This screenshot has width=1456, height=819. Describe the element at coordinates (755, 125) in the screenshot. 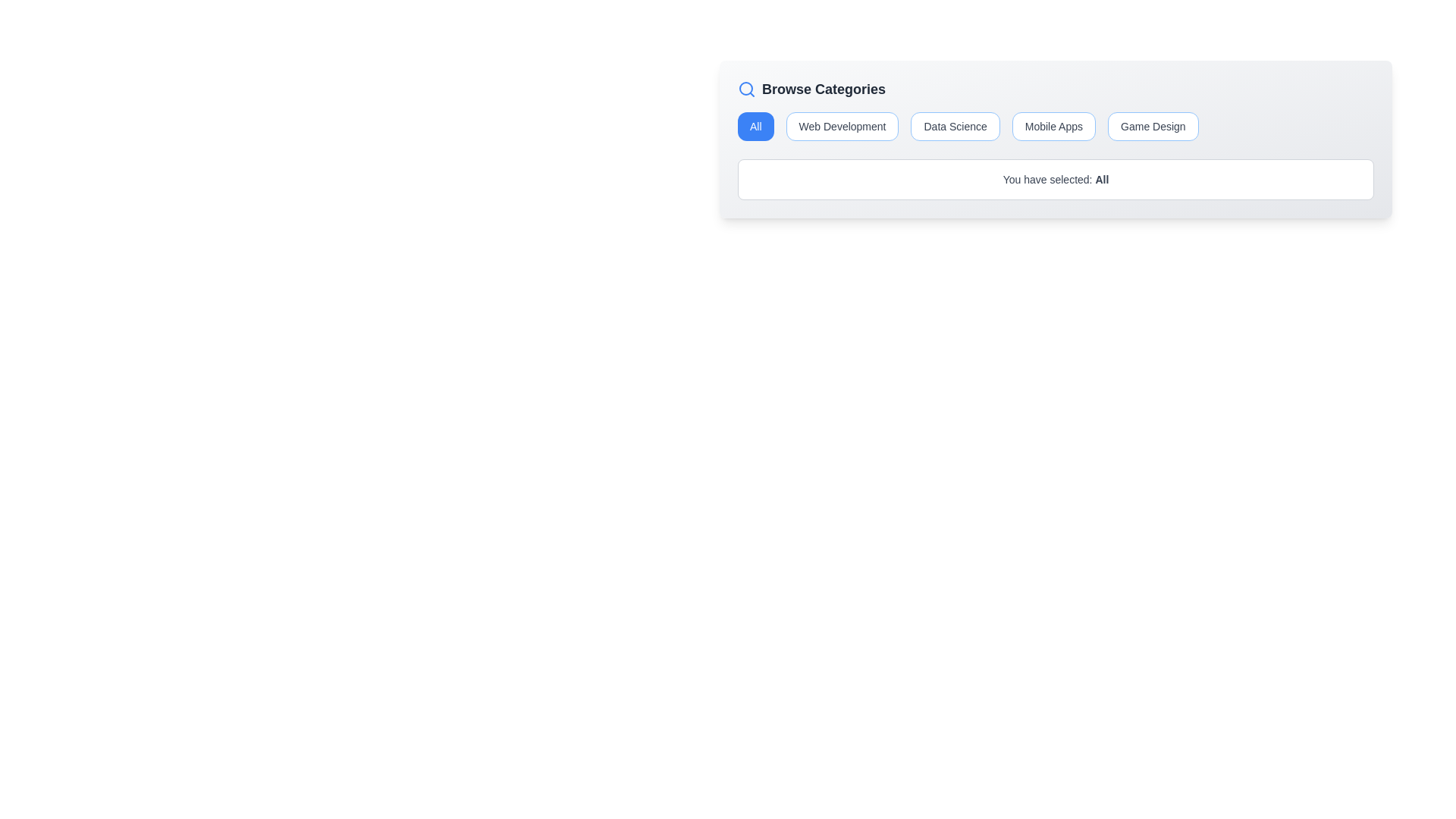

I see `the filter button labeled 'All'` at that location.